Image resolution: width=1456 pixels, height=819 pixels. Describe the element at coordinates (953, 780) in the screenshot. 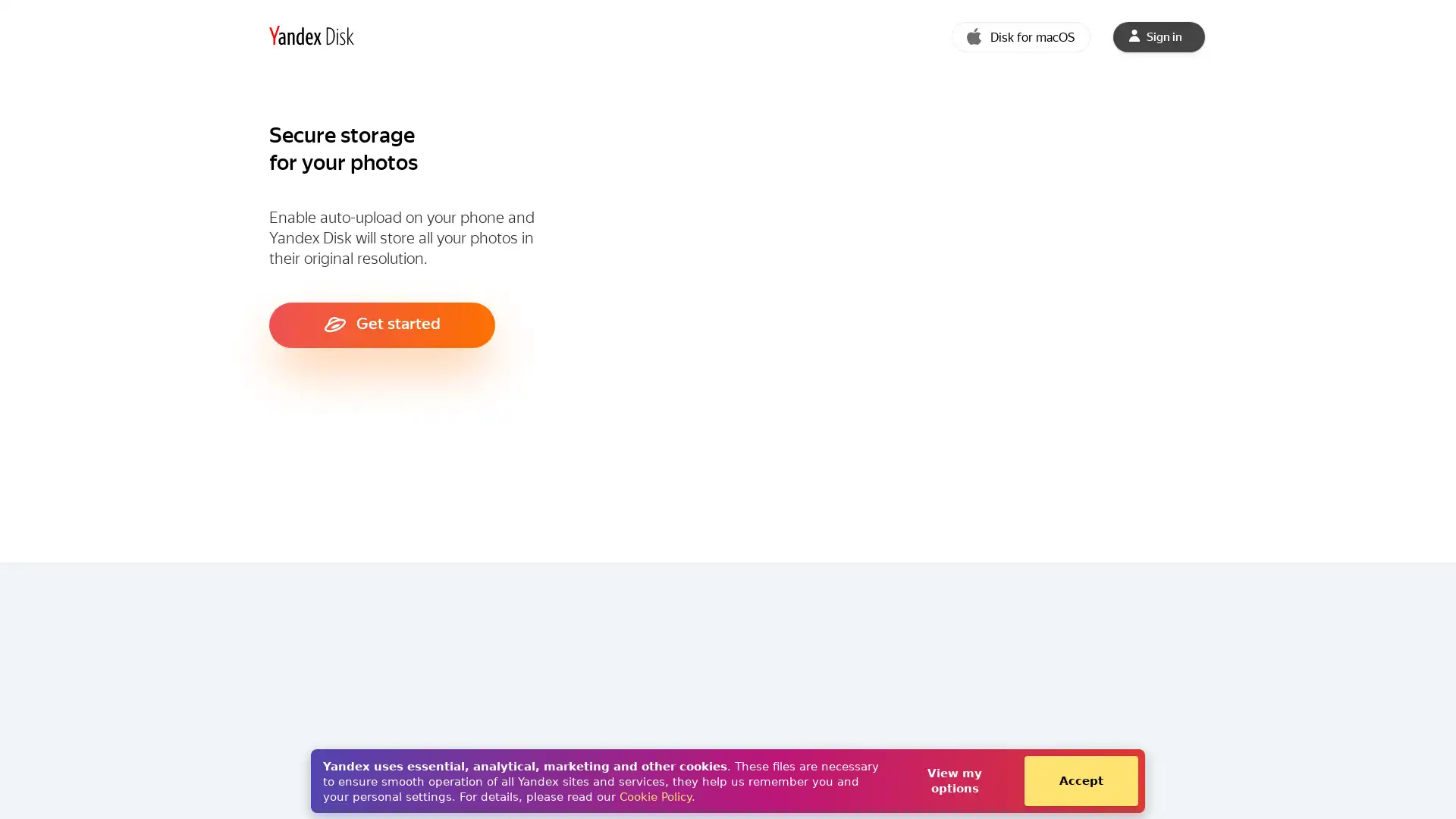

I see `View my options` at that location.